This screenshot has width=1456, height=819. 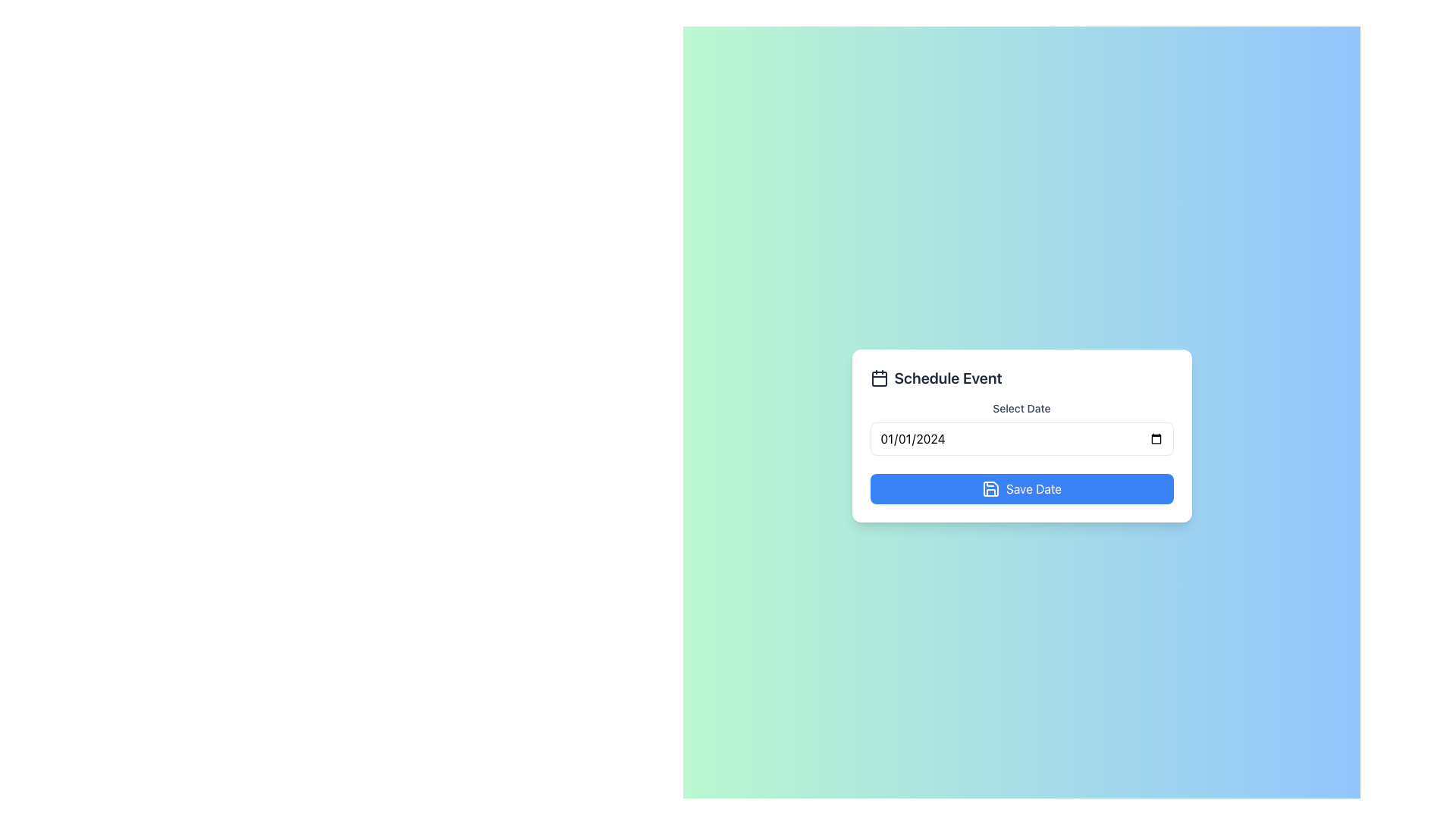 I want to click on the calendar icon that represents the 'Schedule Event' section in the header, located to the far left of the 'Schedule Event' label, so click(x=879, y=377).